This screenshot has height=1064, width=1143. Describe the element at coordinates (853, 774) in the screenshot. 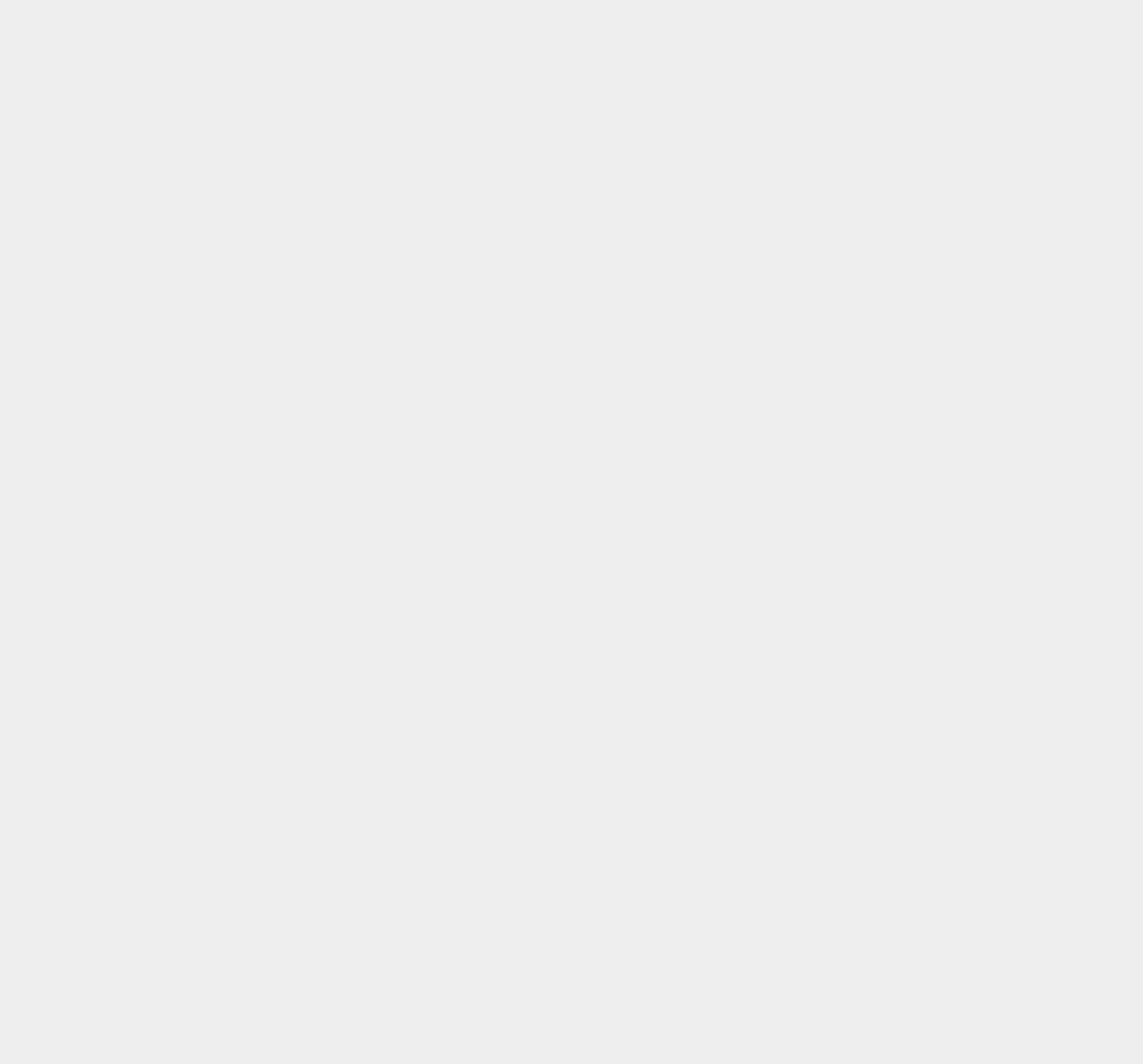

I see `'Graphic Design'` at that location.